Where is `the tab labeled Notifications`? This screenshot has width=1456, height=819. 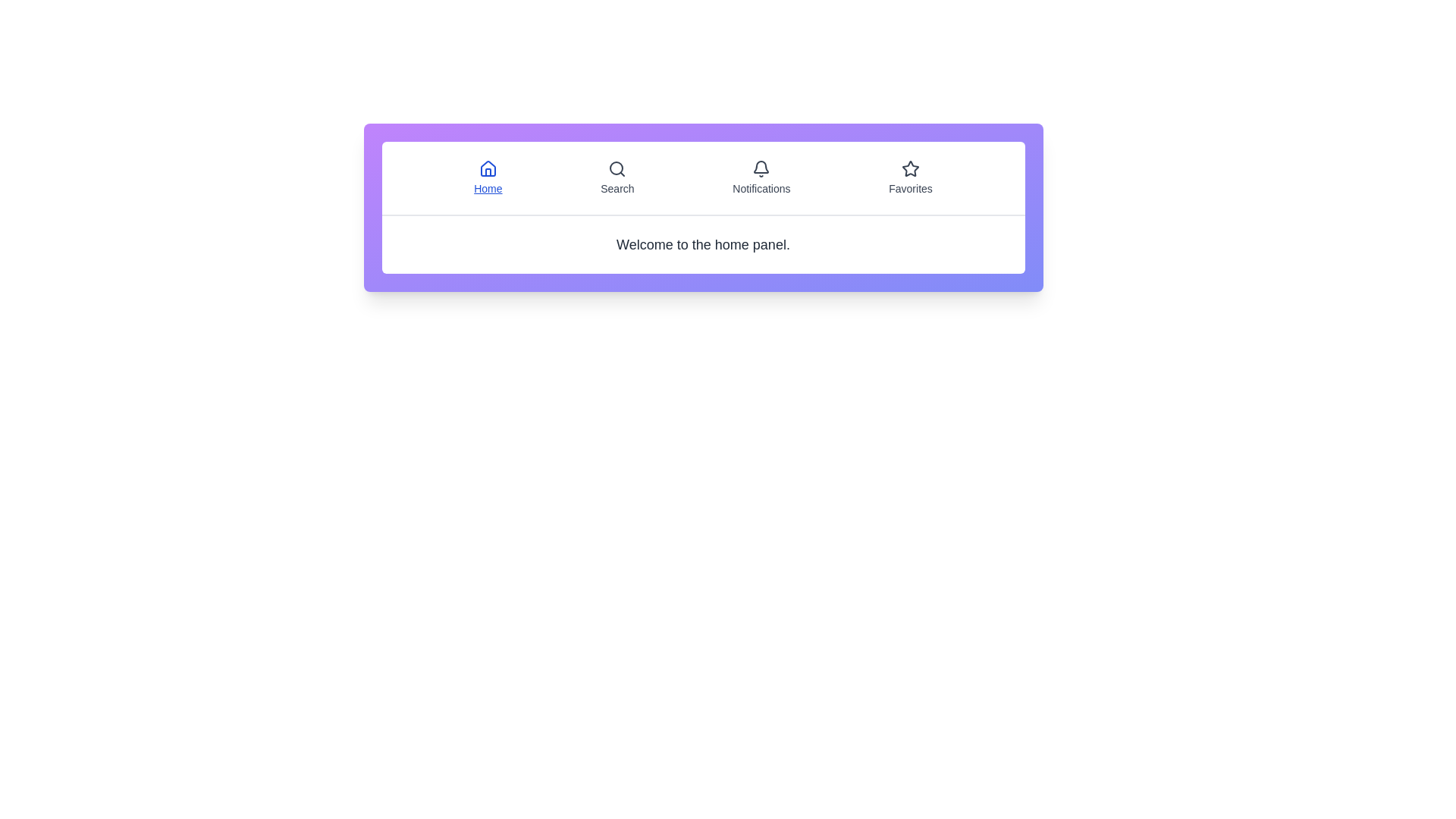
the tab labeled Notifications is located at coordinates (761, 177).